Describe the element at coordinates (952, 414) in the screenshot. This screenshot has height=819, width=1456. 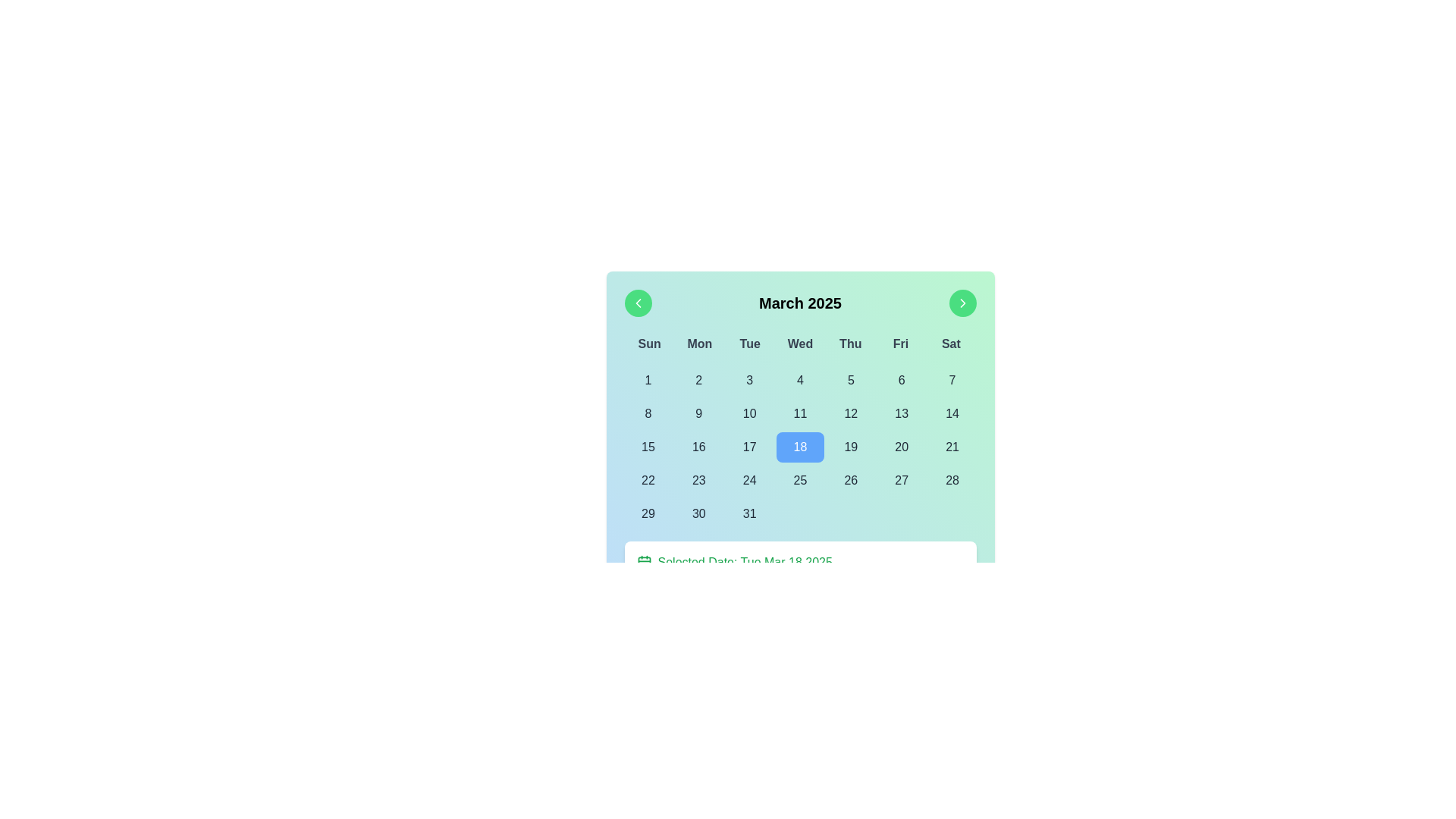
I see `the calendar day cell displaying the number '14'` at that location.